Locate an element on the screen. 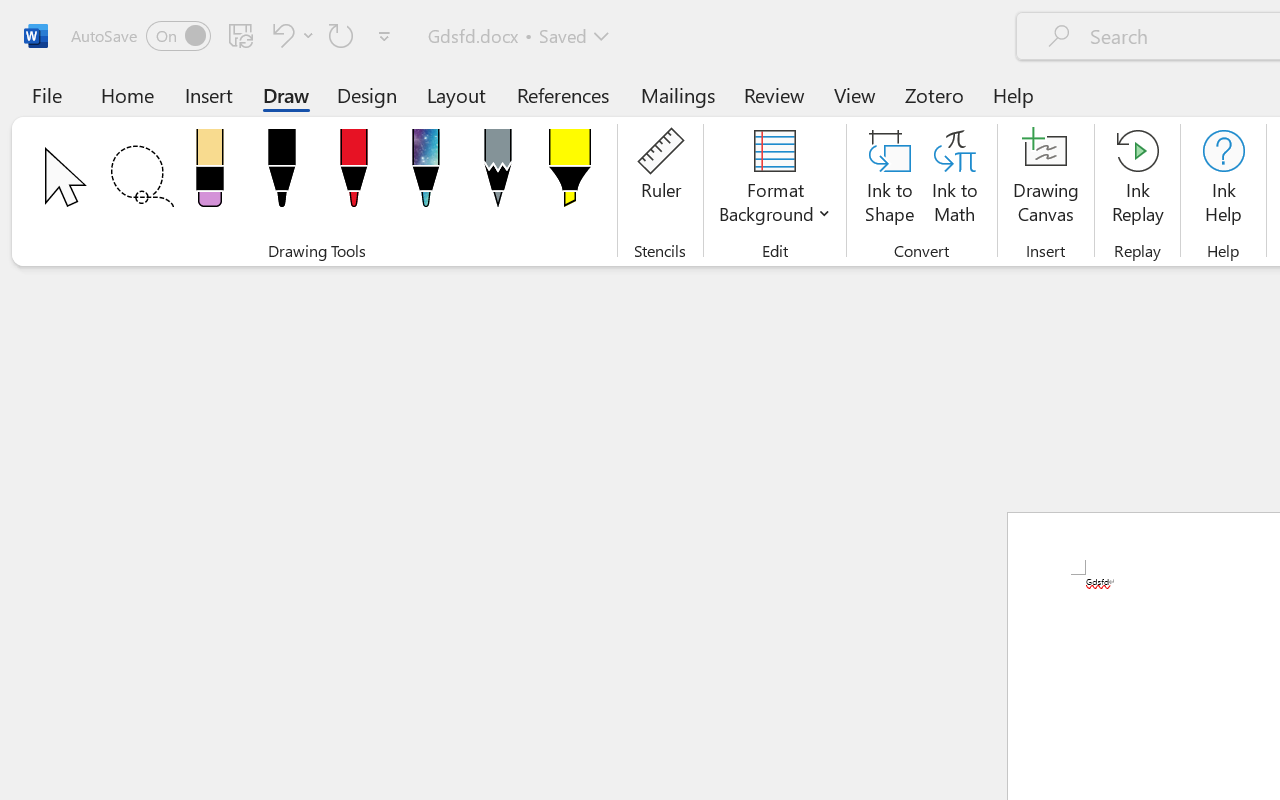  'Ink Help' is located at coordinates (1222, 179).